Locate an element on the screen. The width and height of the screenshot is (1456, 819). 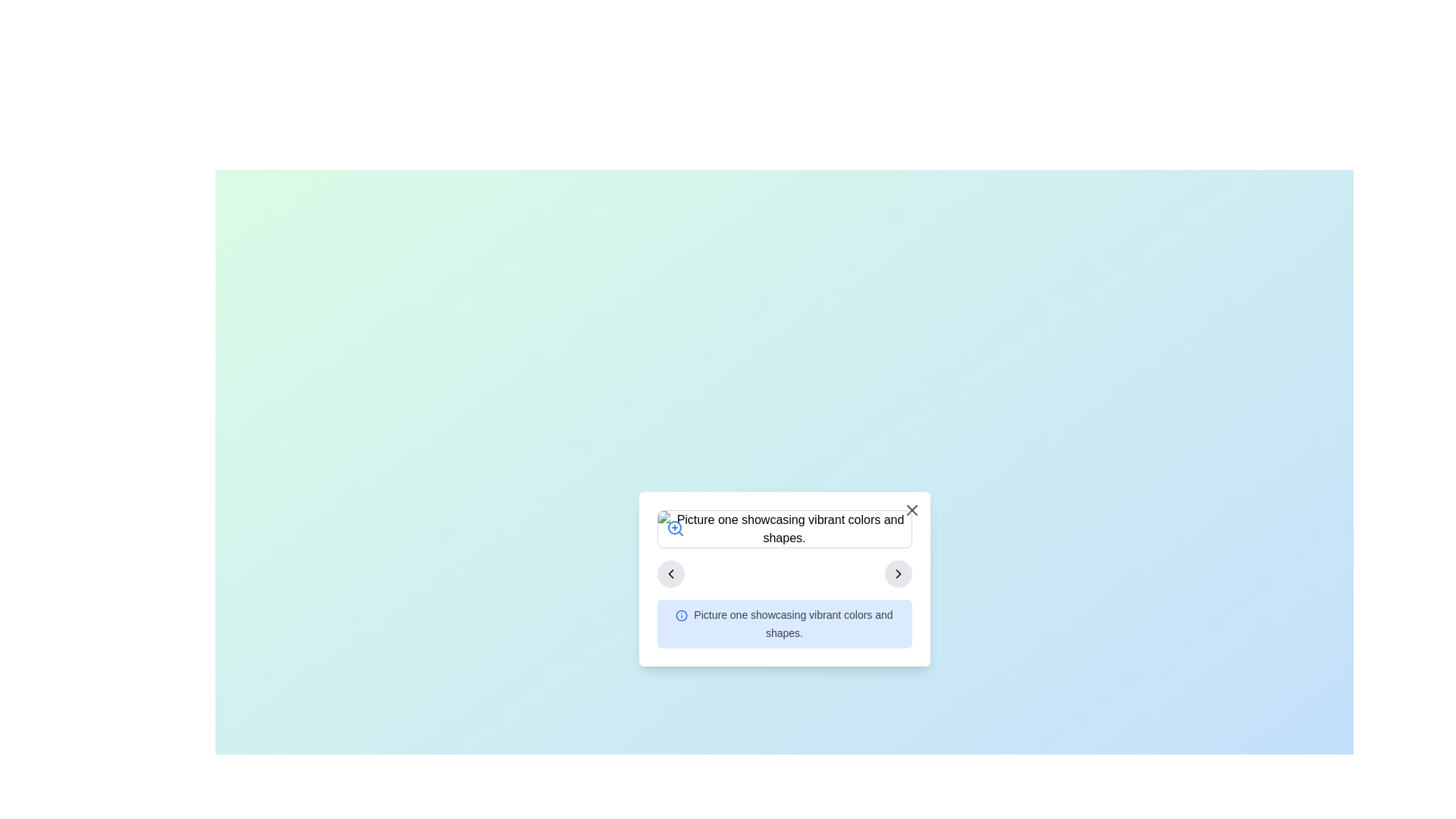
the Text informational banner located at the bottom of its containing card, which has a white background and a rounded border is located at coordinates (784, 623).